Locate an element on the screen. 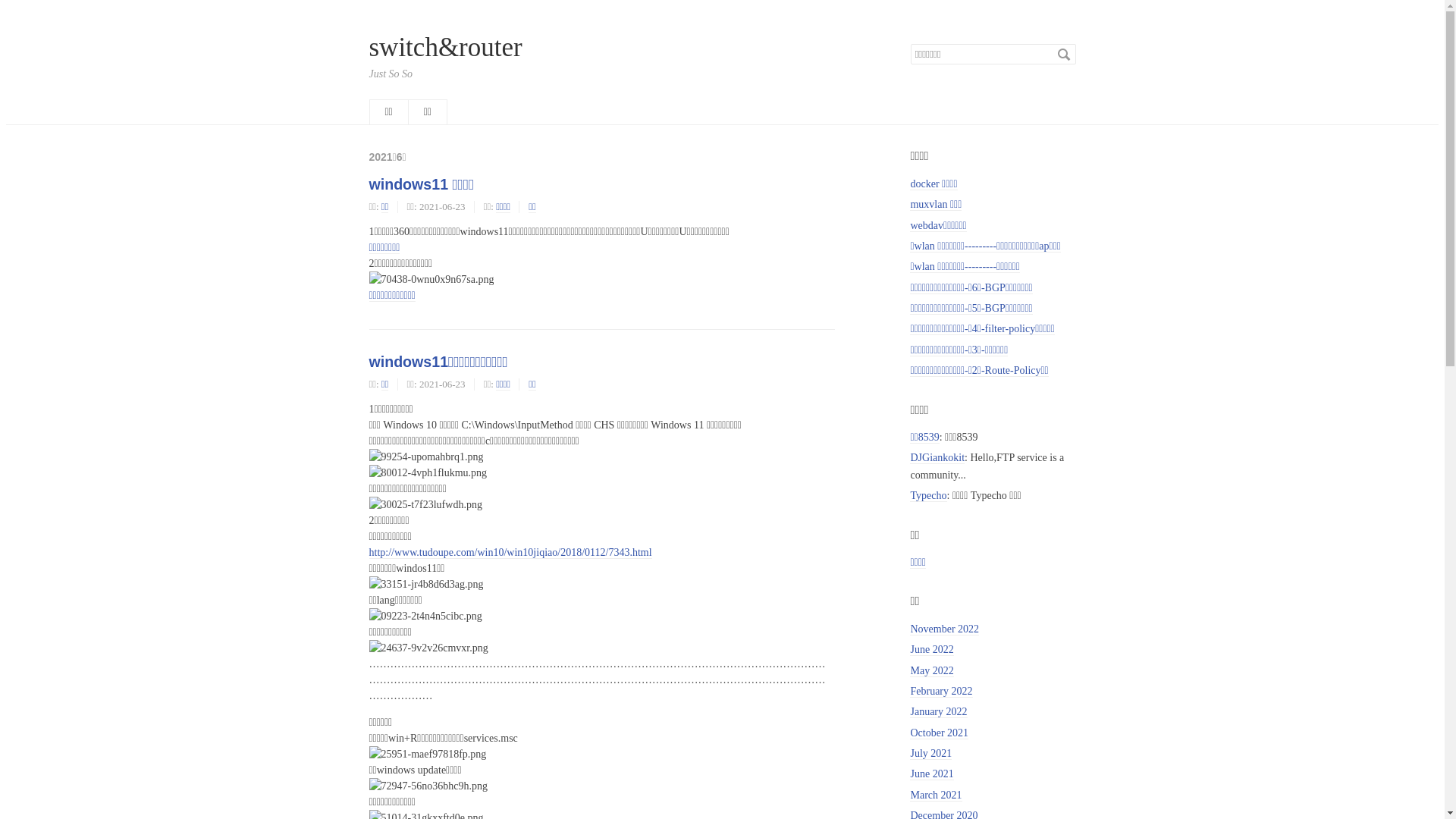  '99254-upomahbrq1.png' is located at coordinates (425, 456).